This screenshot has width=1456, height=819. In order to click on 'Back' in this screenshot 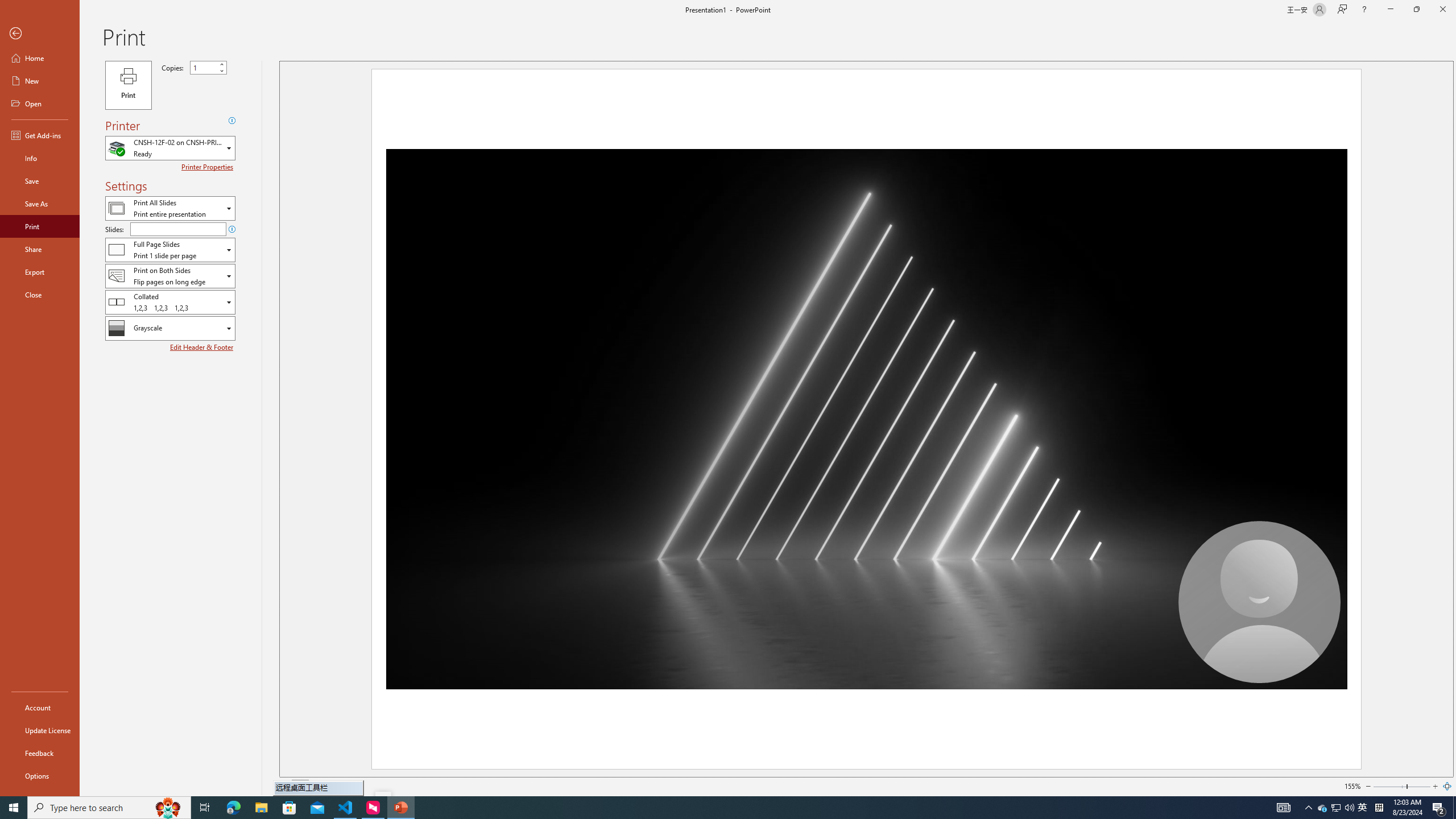, I will do `click(39, 33)`.